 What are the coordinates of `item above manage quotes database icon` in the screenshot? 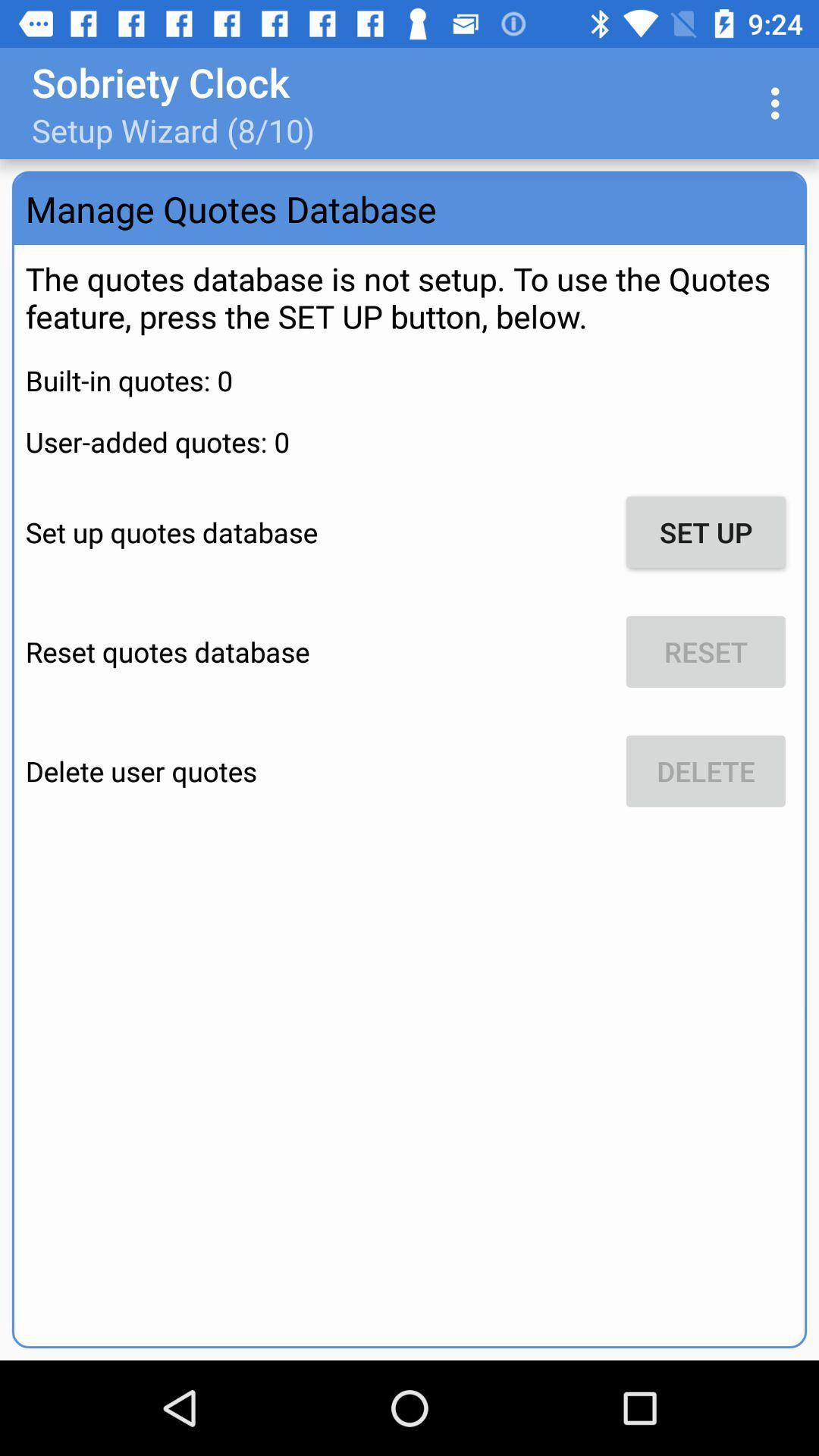 It's located at (779, 102).